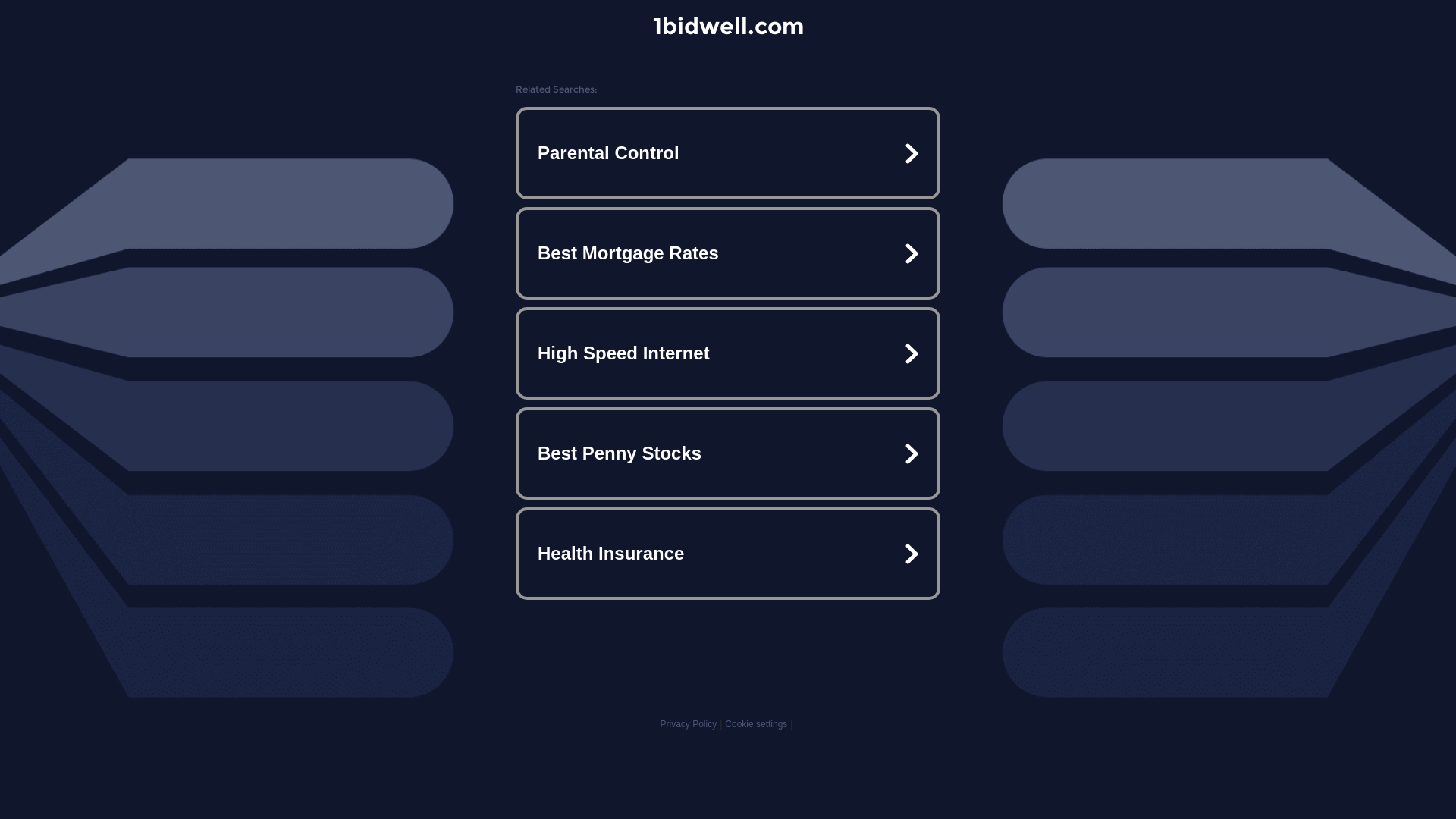  I want to click on 'High Speed Internet', so click(728, 353).